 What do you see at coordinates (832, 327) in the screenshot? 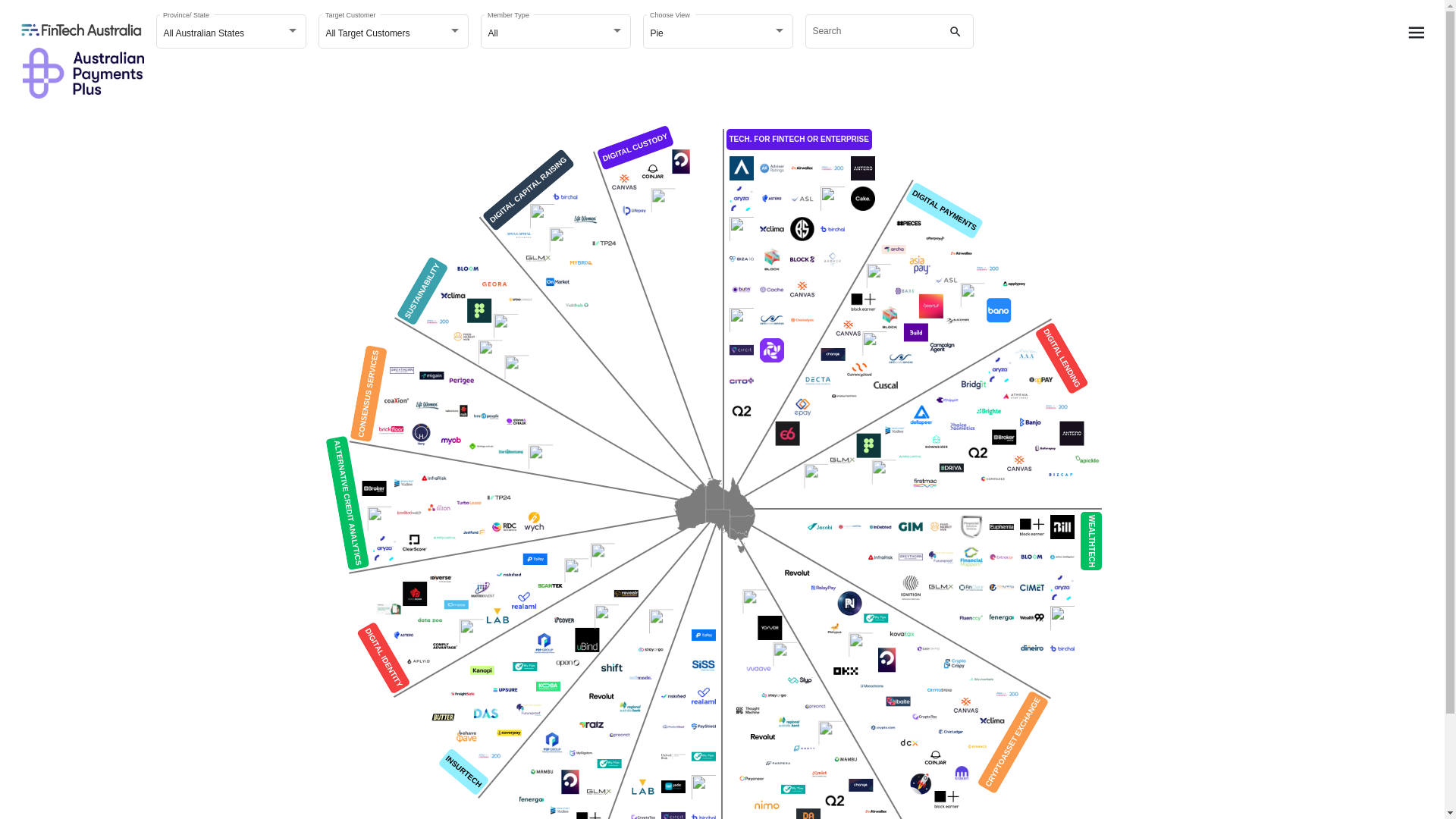
I see `'CANVAS'` at bounding box center [832, 327].